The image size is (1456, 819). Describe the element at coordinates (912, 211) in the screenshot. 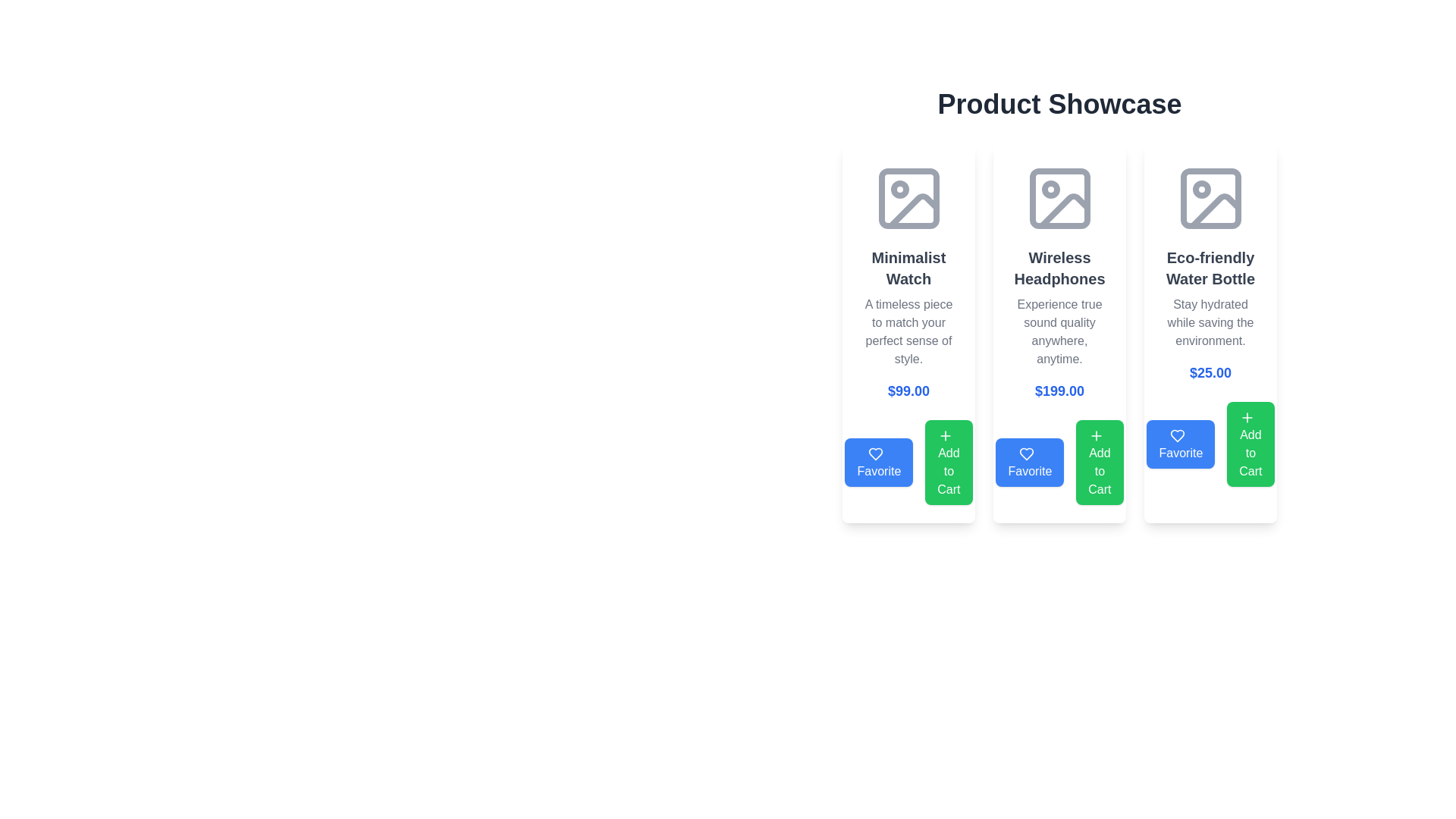

I see `the vector graphic representing a simplified mountainous shape with a dot inside, located in the leftmost card of the product showcase section` at that location.